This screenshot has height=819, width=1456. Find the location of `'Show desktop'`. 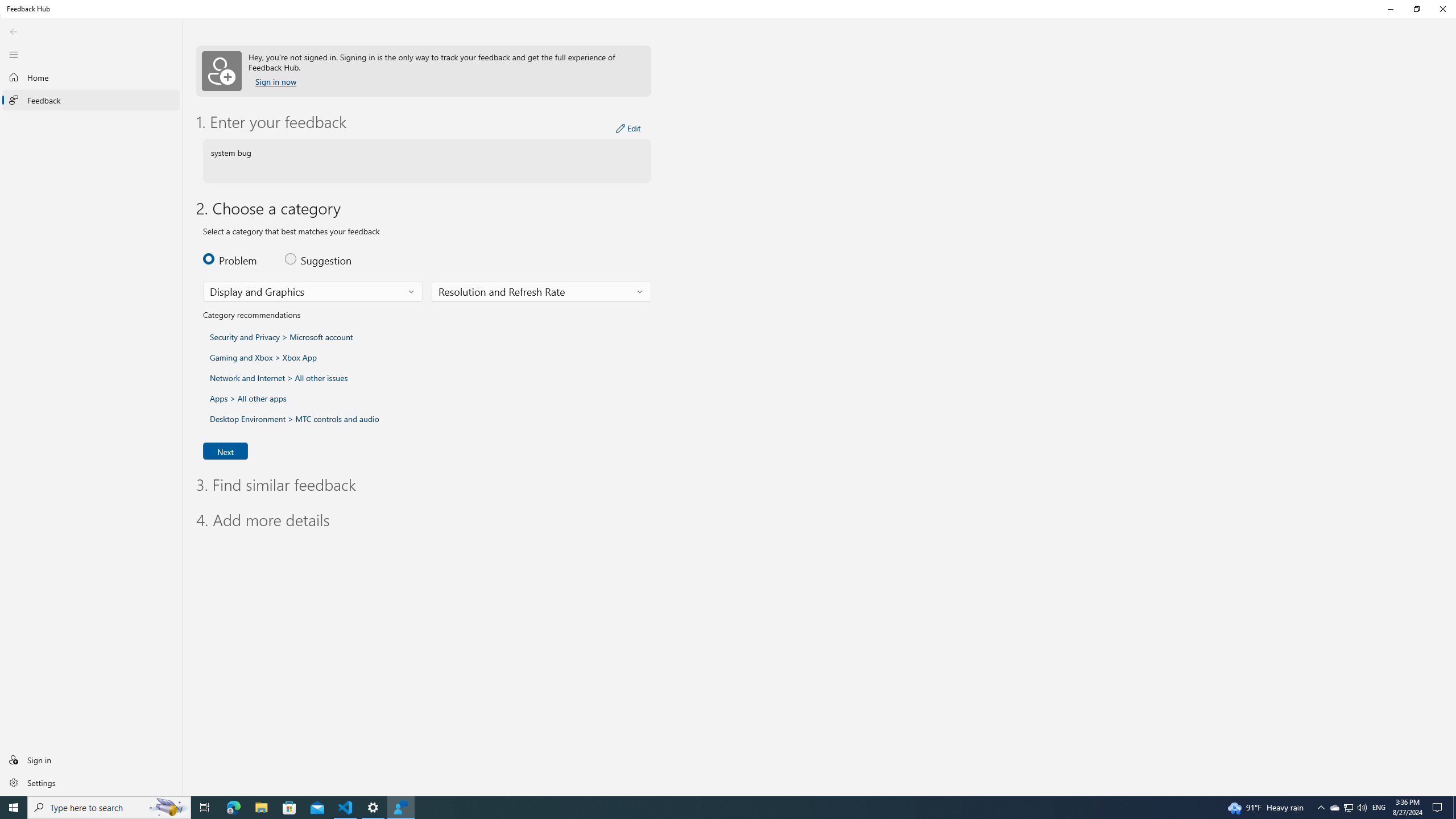

'Show desktop' is located at coordinates (1454, 806).